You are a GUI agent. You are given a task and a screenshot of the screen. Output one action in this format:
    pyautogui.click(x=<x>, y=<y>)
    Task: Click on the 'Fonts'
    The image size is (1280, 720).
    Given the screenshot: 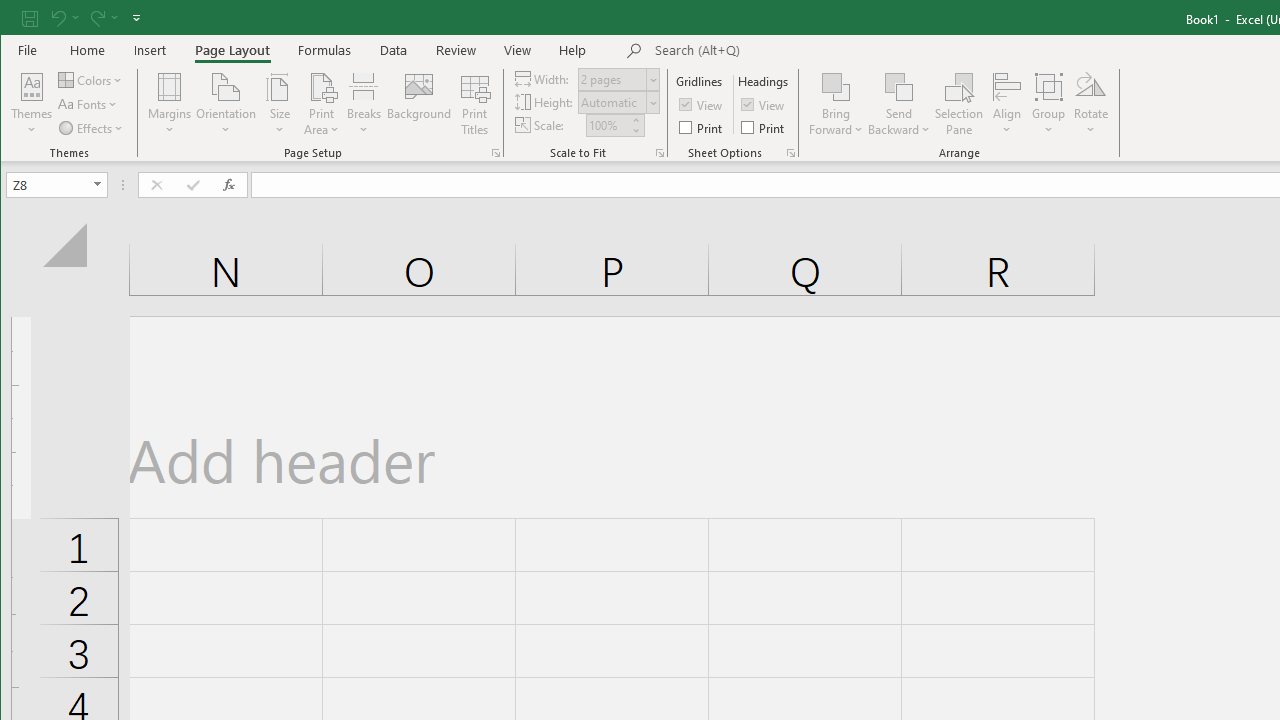 What is the action you would take?
    pyautogui.click(x=88, y=104)
    